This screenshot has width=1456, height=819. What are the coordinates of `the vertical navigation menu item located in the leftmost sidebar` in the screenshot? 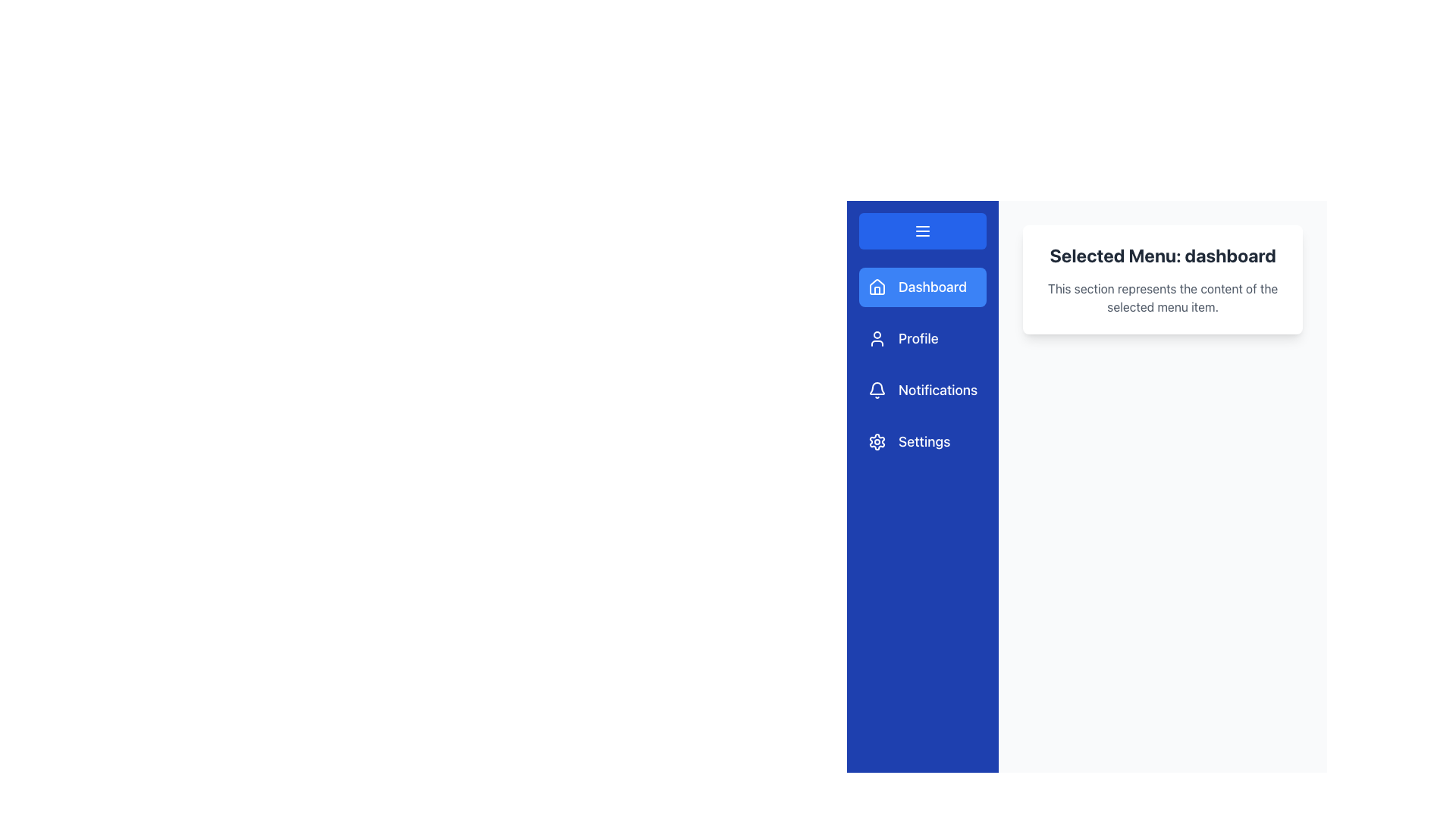 It's located at (922, 365).